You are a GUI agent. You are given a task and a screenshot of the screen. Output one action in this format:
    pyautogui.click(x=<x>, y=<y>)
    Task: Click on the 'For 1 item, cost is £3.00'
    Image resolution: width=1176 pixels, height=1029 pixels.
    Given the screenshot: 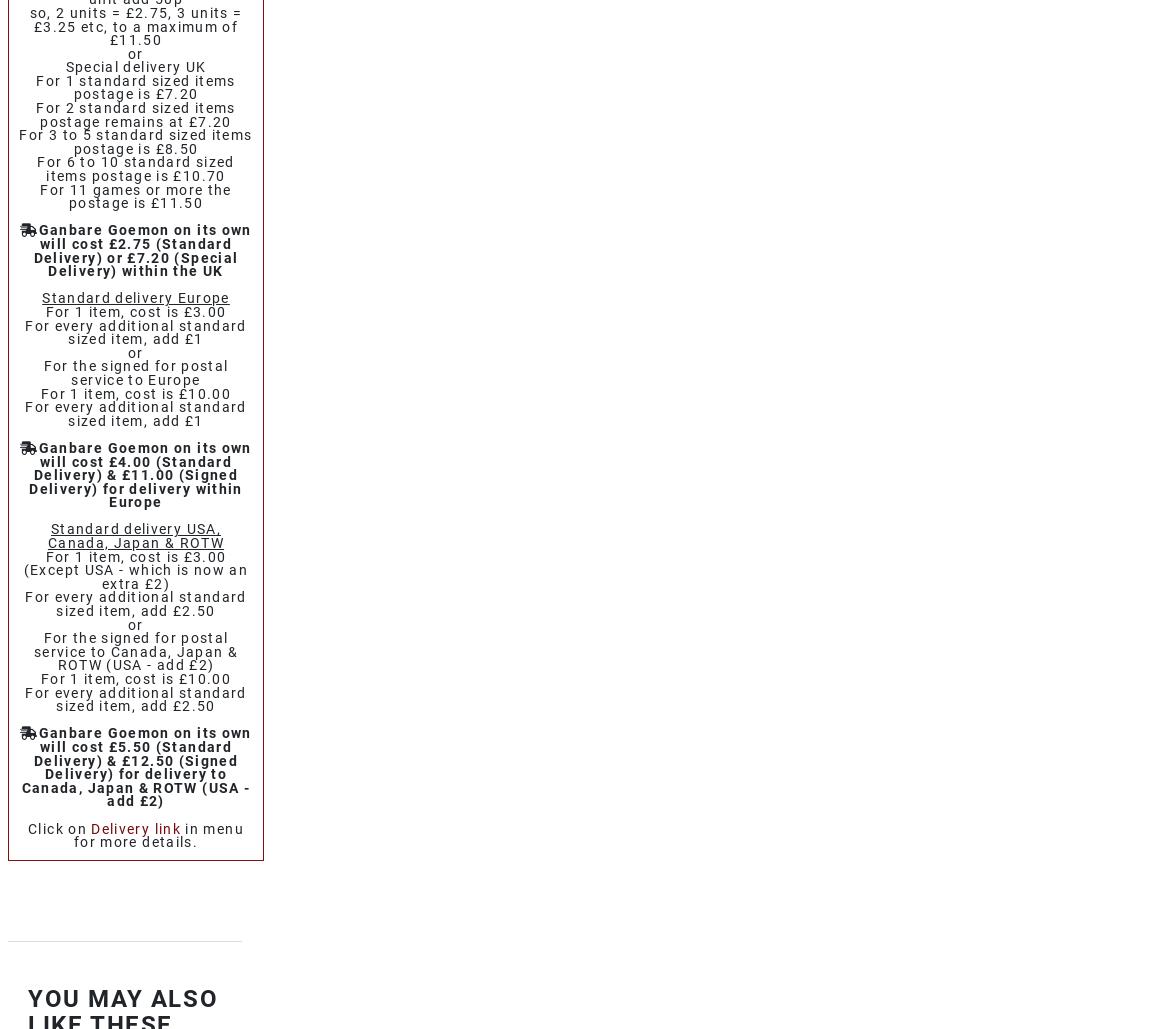 What is the action you would take?
    pyautogui.click(x=135, y=310)
    